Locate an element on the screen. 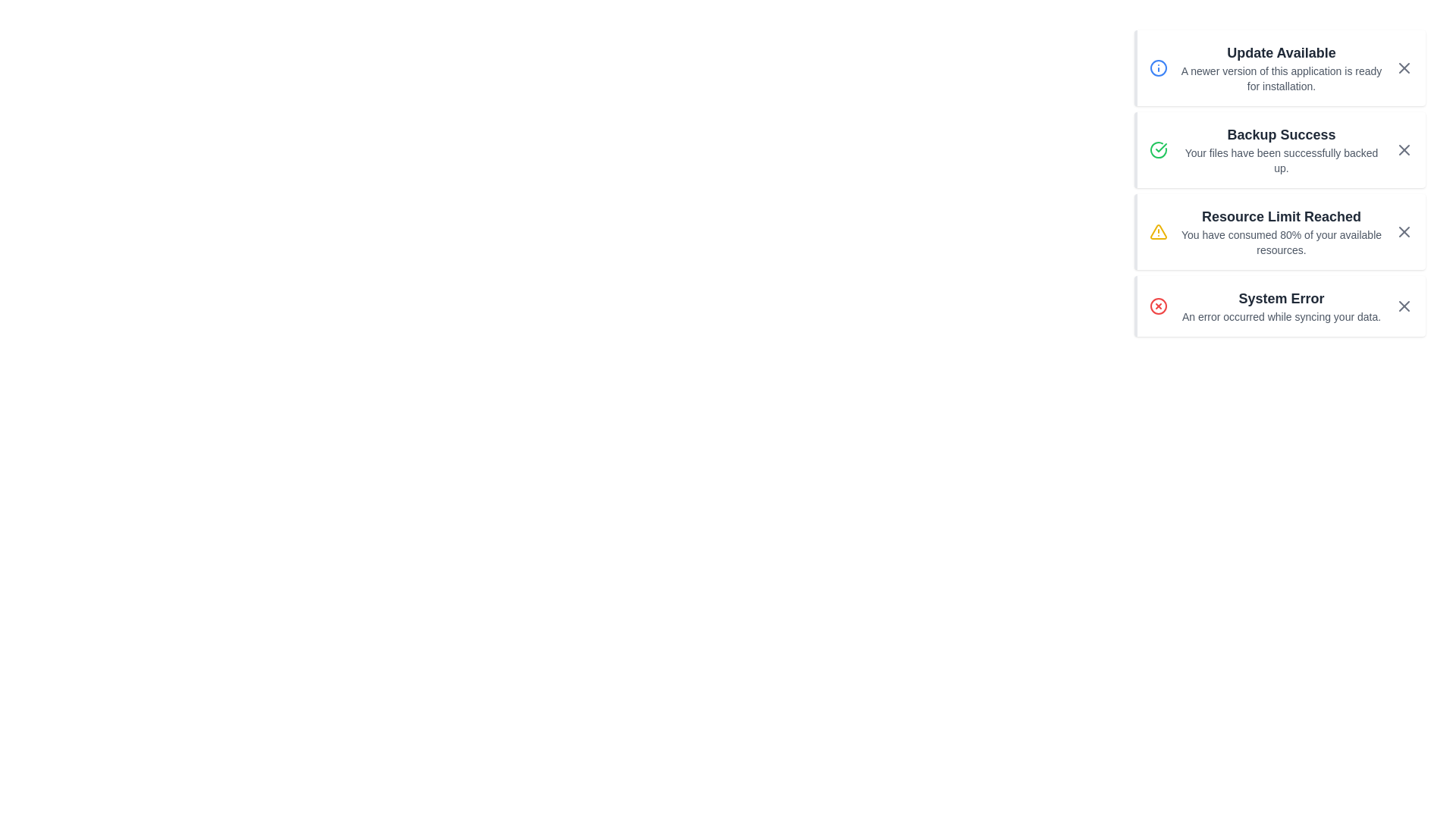  the thin black cross icon in the notification box is located at coordinates (1404, 149).